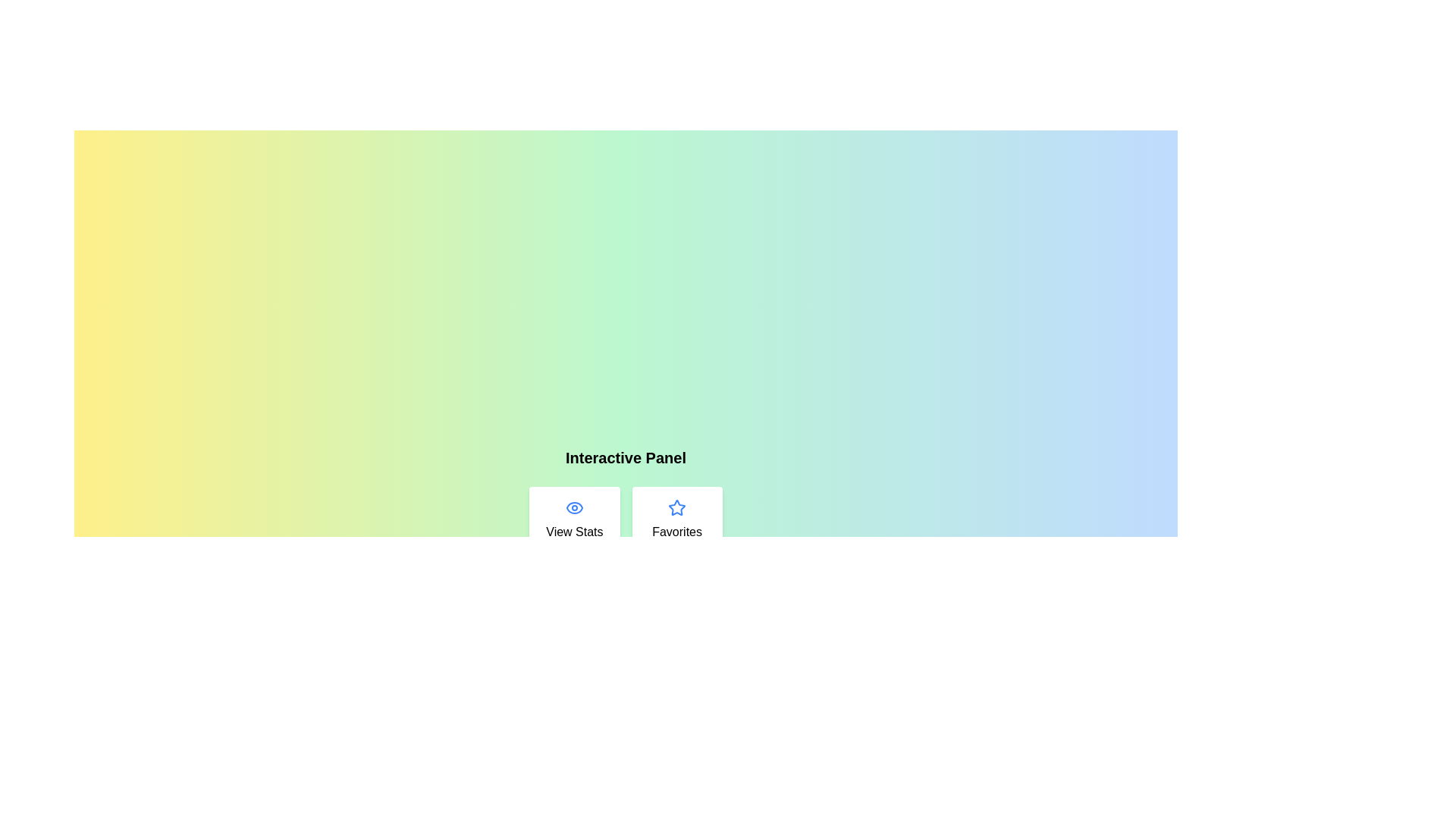 The image size is (1456, 819). Describe the element at coordinates (573, 519) in the screenshot. I see `the 'View Stats' button, which is a rectangular button with a white background and rounded corners, located in the top-left corner of a 2x2 grid layout` at that location.